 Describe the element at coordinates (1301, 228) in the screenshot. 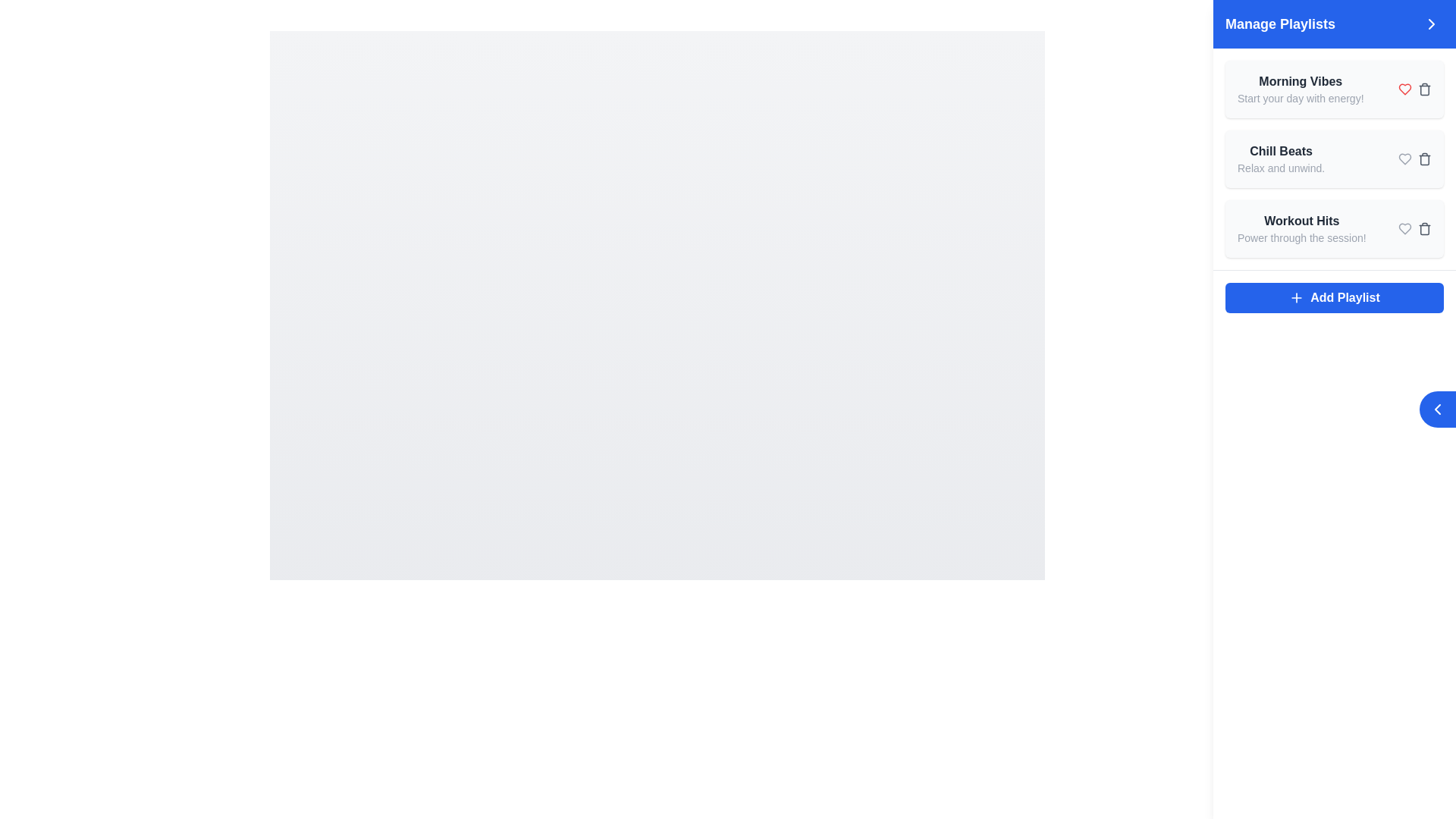

I see `the third item in the vertical list under the 'Manage Playlists' section, which represents a playlist title and description` at that location.